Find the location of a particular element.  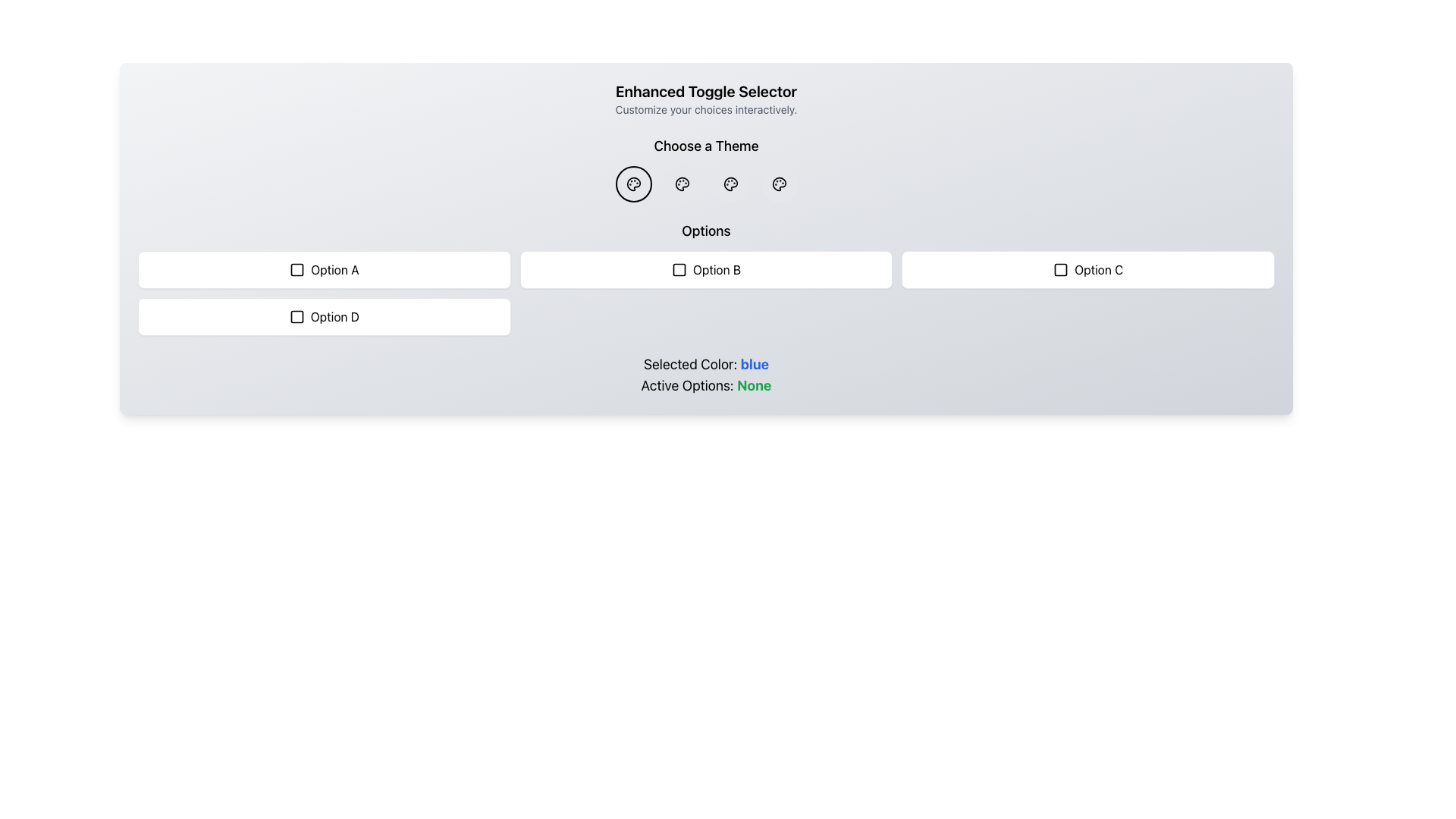

the artist's palette icon in the 'Choose a Theme' section is located at coordinates (681, 184).